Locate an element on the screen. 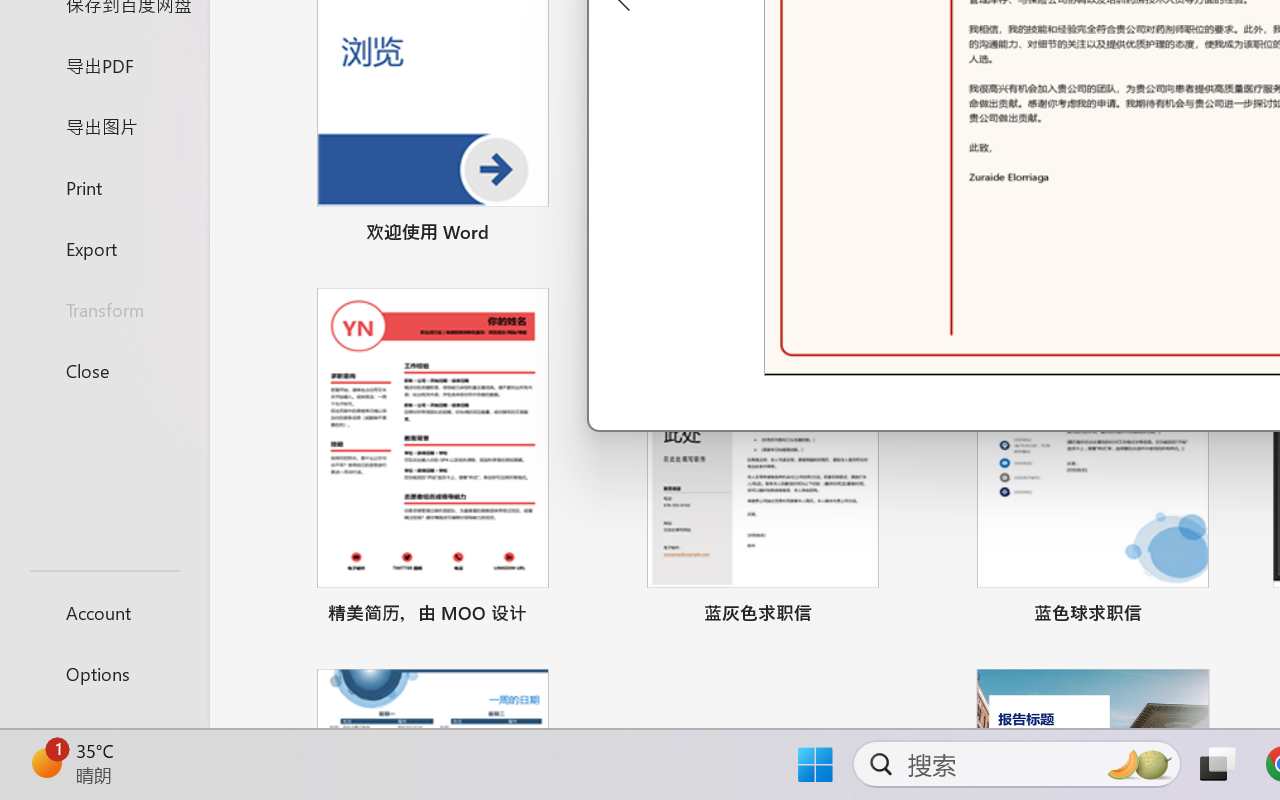 The height and width of the screenshot is (800, 1280). 'Transform' is located at coordinates (103, 308).